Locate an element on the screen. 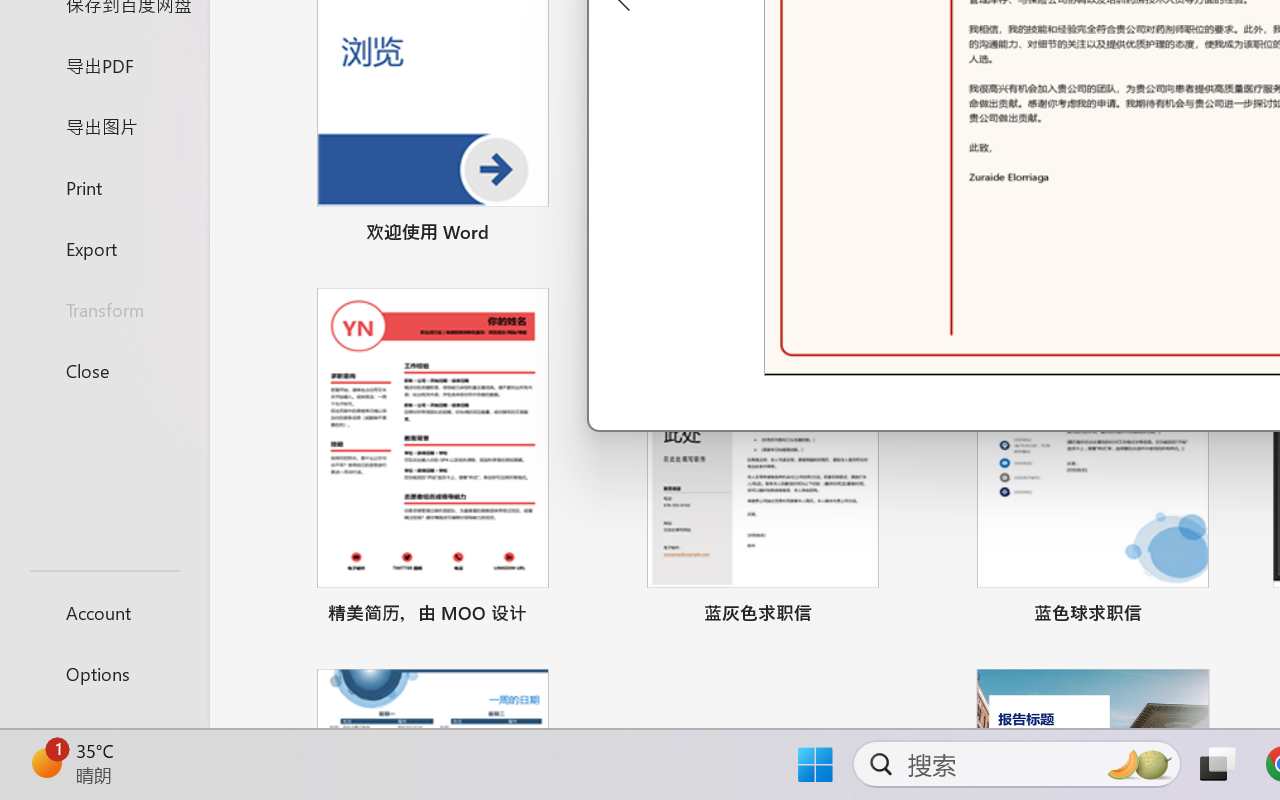 The height and width of the screenshot is (800, 1280). 'Transform' is located at coordinates (103, 308).